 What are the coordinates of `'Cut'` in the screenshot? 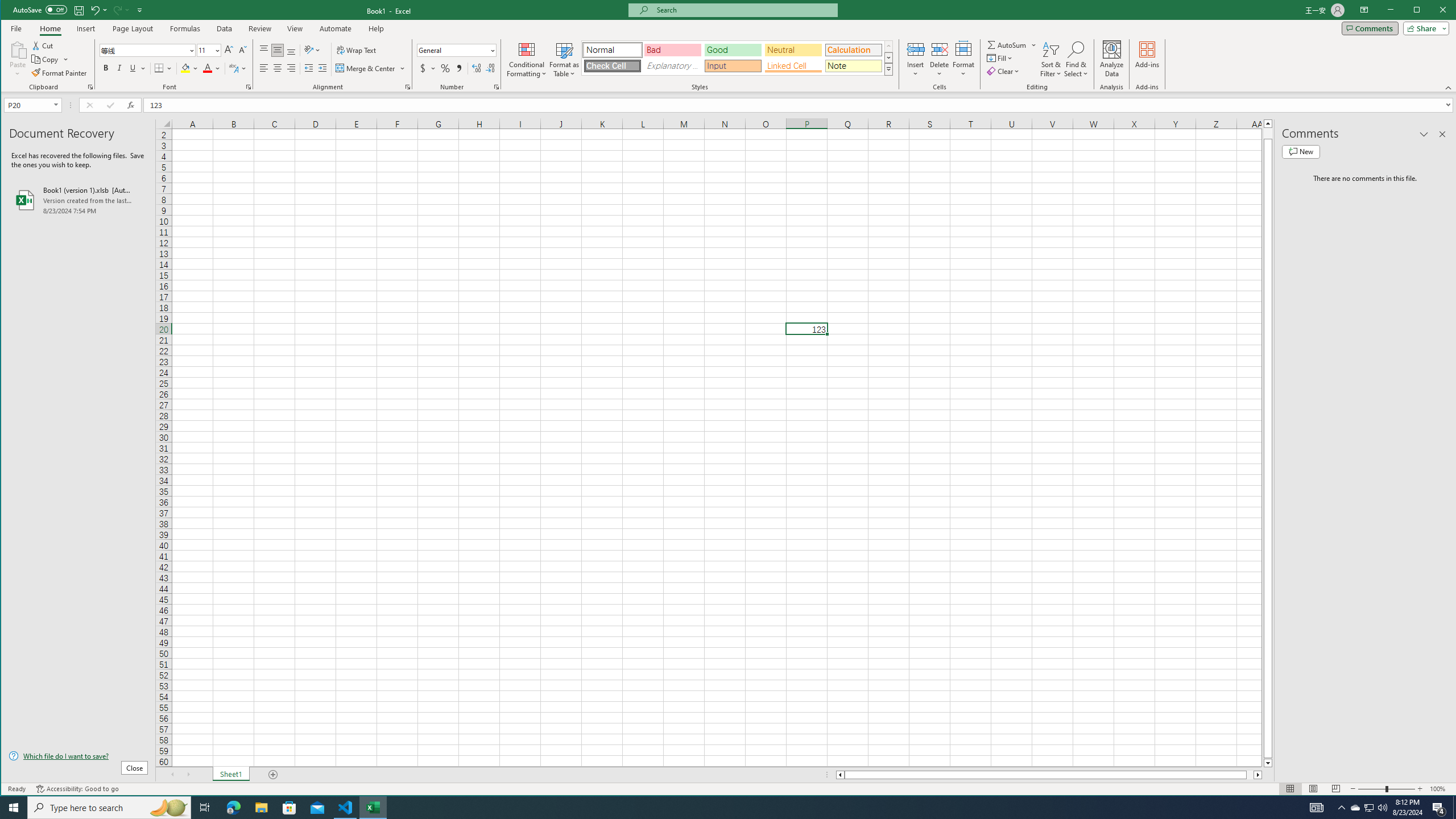 It's located at (42, 45).